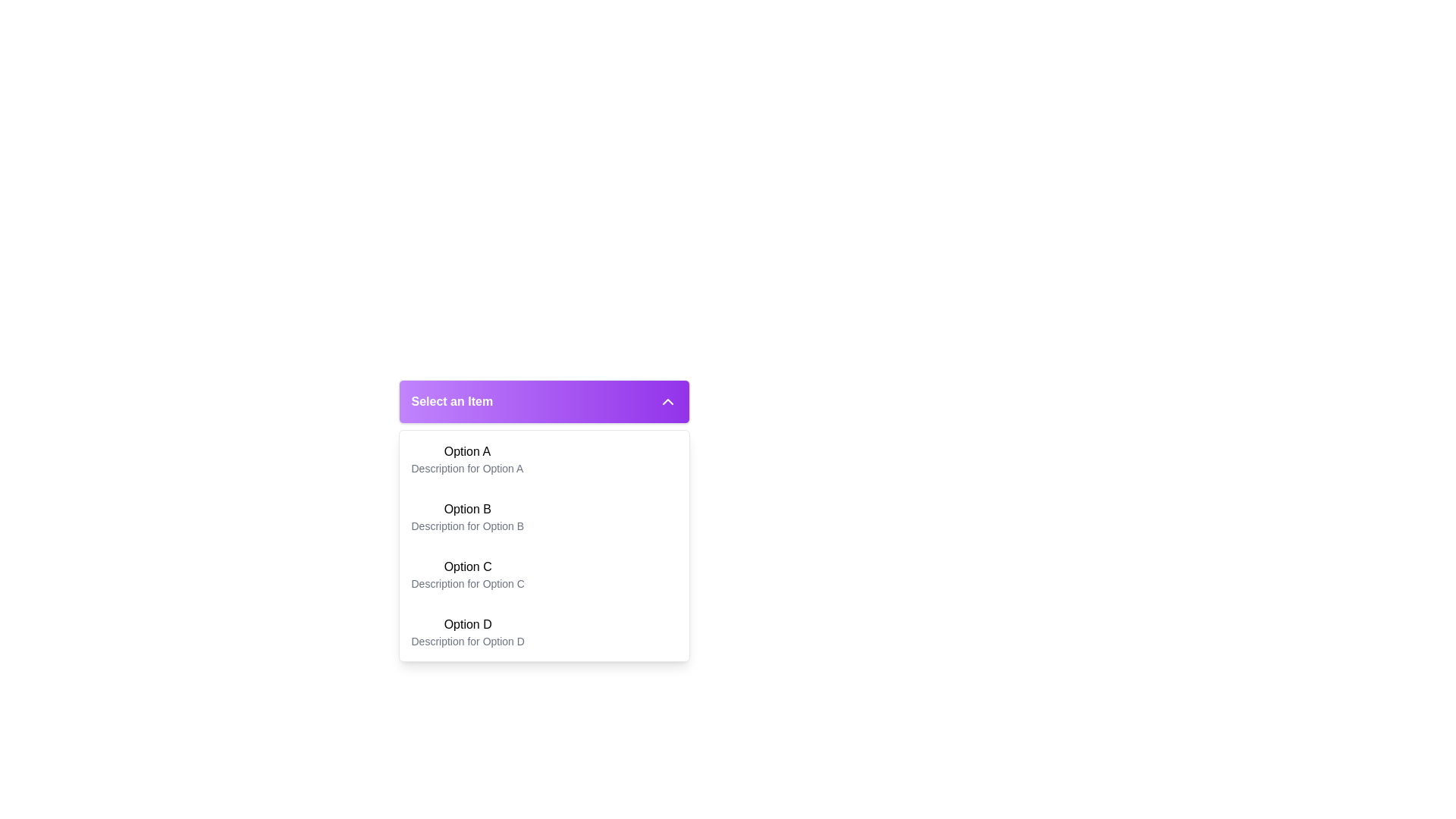  What do you see at coordinates (467, 575) in the screenshot?
I see `the third item labeled 'Option C' in the dropdown menu 'Select an Item'` at bounding box center [467, 575].